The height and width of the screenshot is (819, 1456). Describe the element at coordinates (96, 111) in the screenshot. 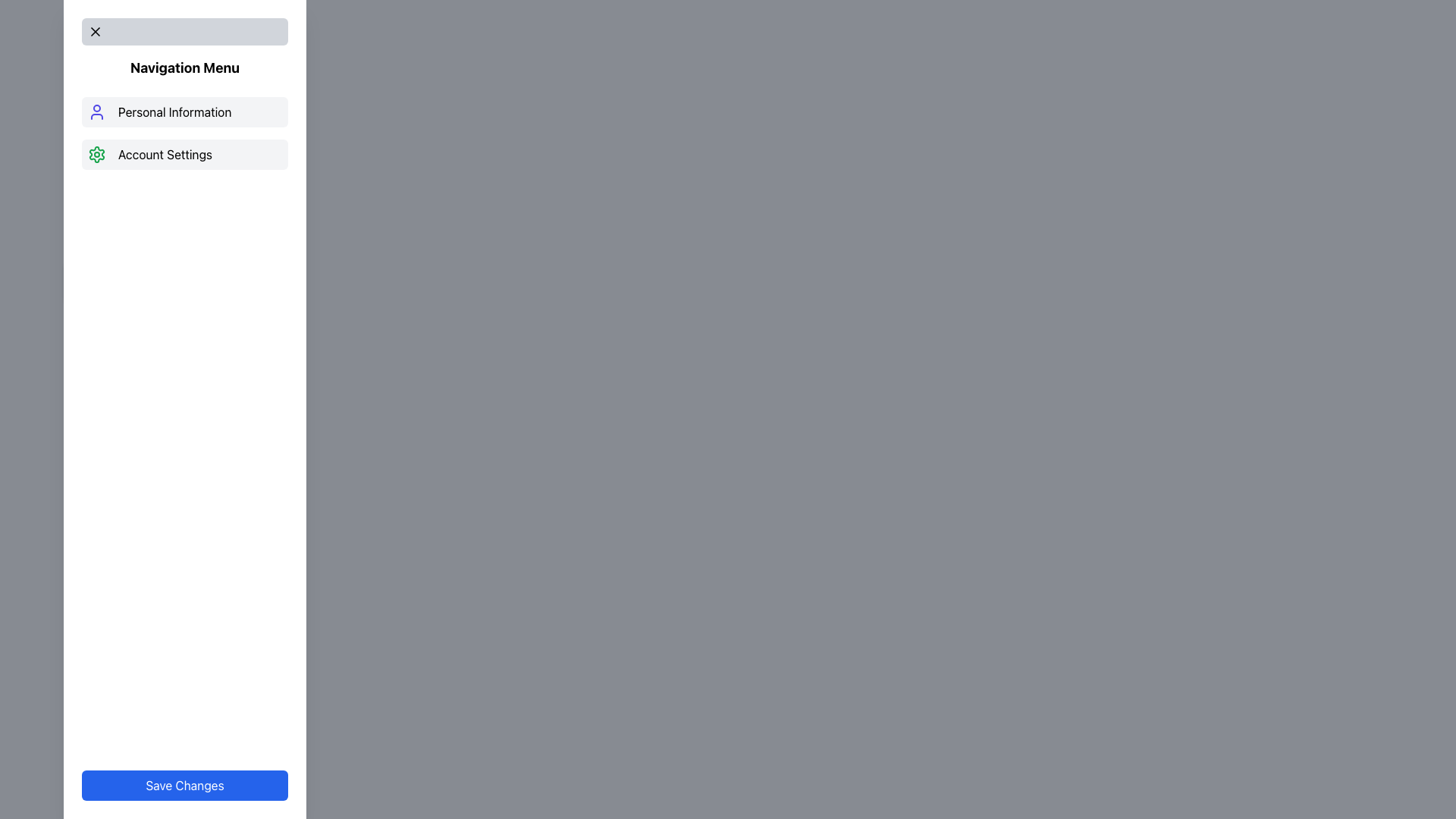

I see `the 'Personal Information' icon, which is located on the left side of the card labeled 'Personal Information' in the Navigation Menu` at that location.